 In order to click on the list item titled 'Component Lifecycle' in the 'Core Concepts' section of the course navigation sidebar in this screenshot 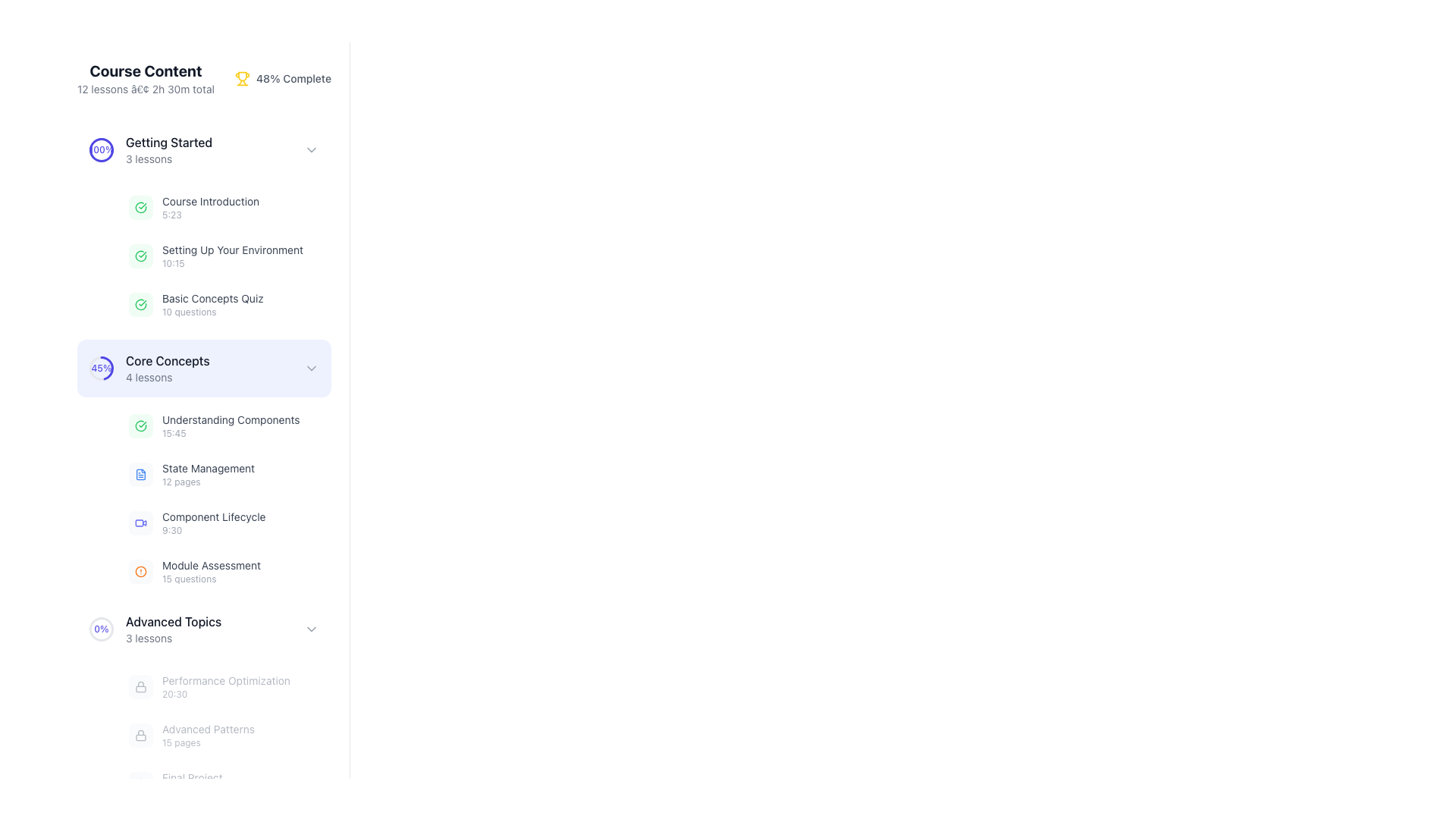, I will do `click(213, 522)`.